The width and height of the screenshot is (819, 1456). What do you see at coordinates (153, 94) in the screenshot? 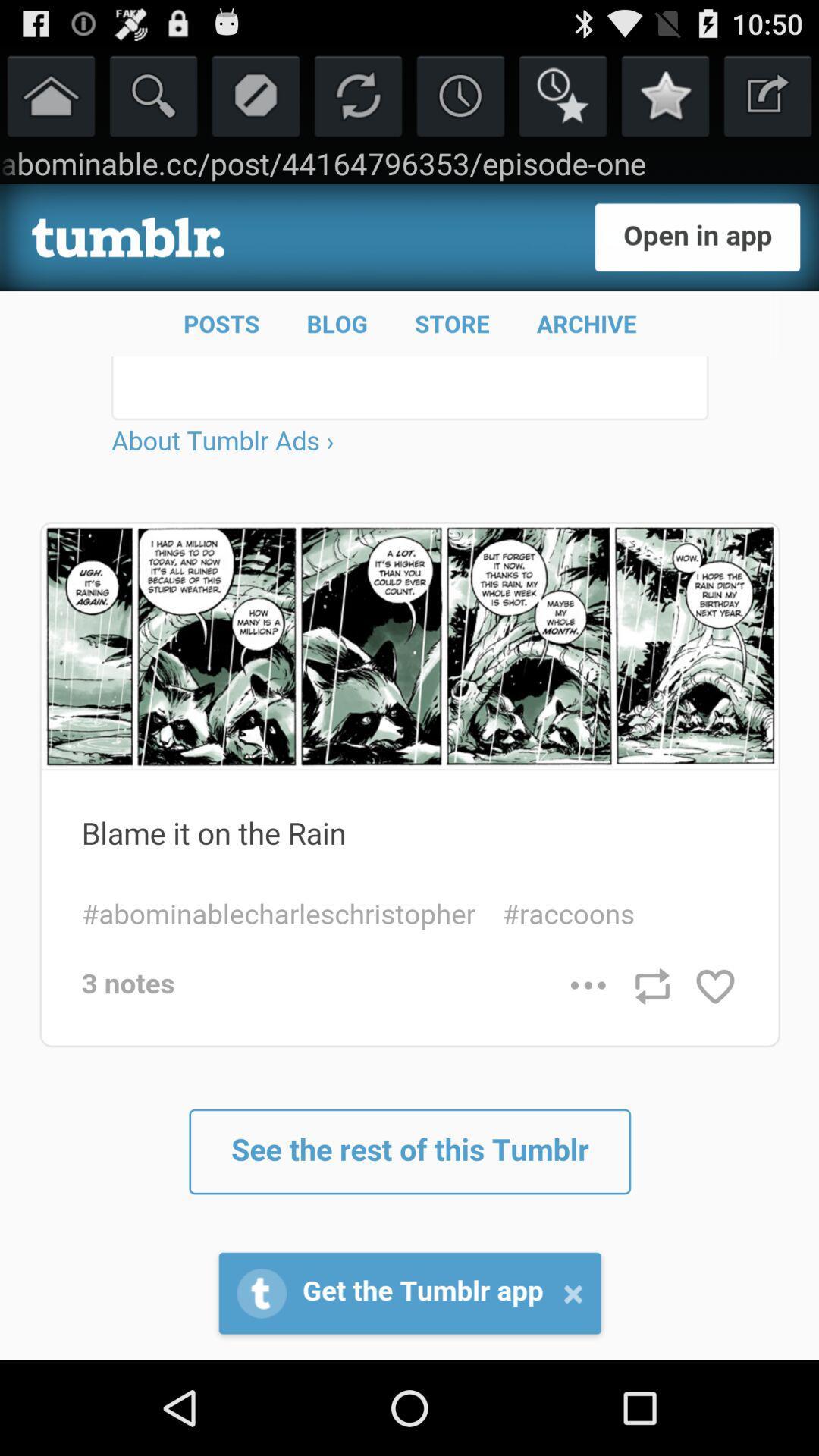
I see `search` at bounding box center [153, 94].